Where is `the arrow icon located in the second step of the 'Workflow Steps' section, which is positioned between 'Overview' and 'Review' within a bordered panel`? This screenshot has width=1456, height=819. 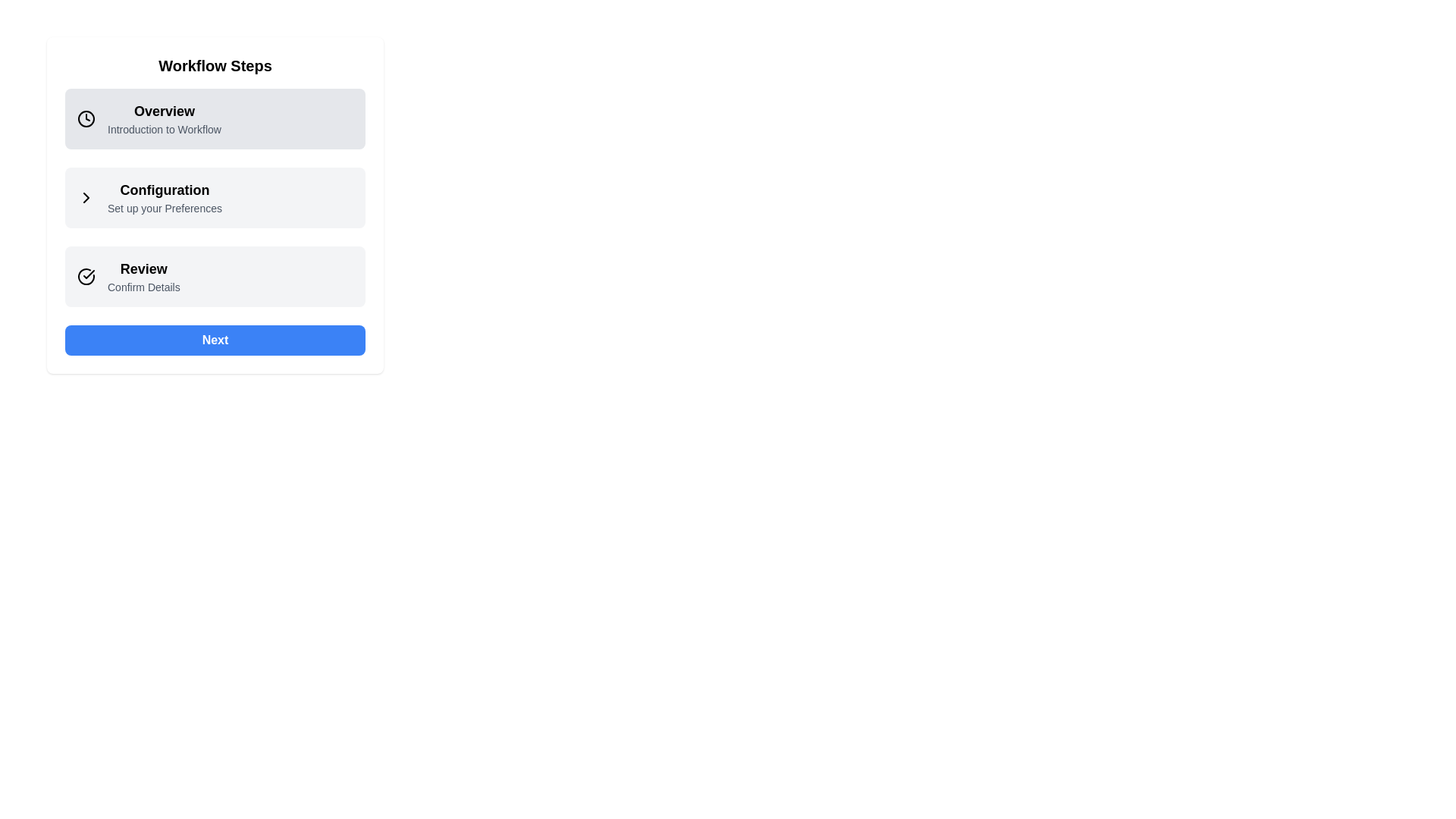 the arrow icon located in the second step of the 'Workflow Steps' section, which is positioned between 'Overview' and 'Review' within a bordered panel is located at coordinates (214, 197).